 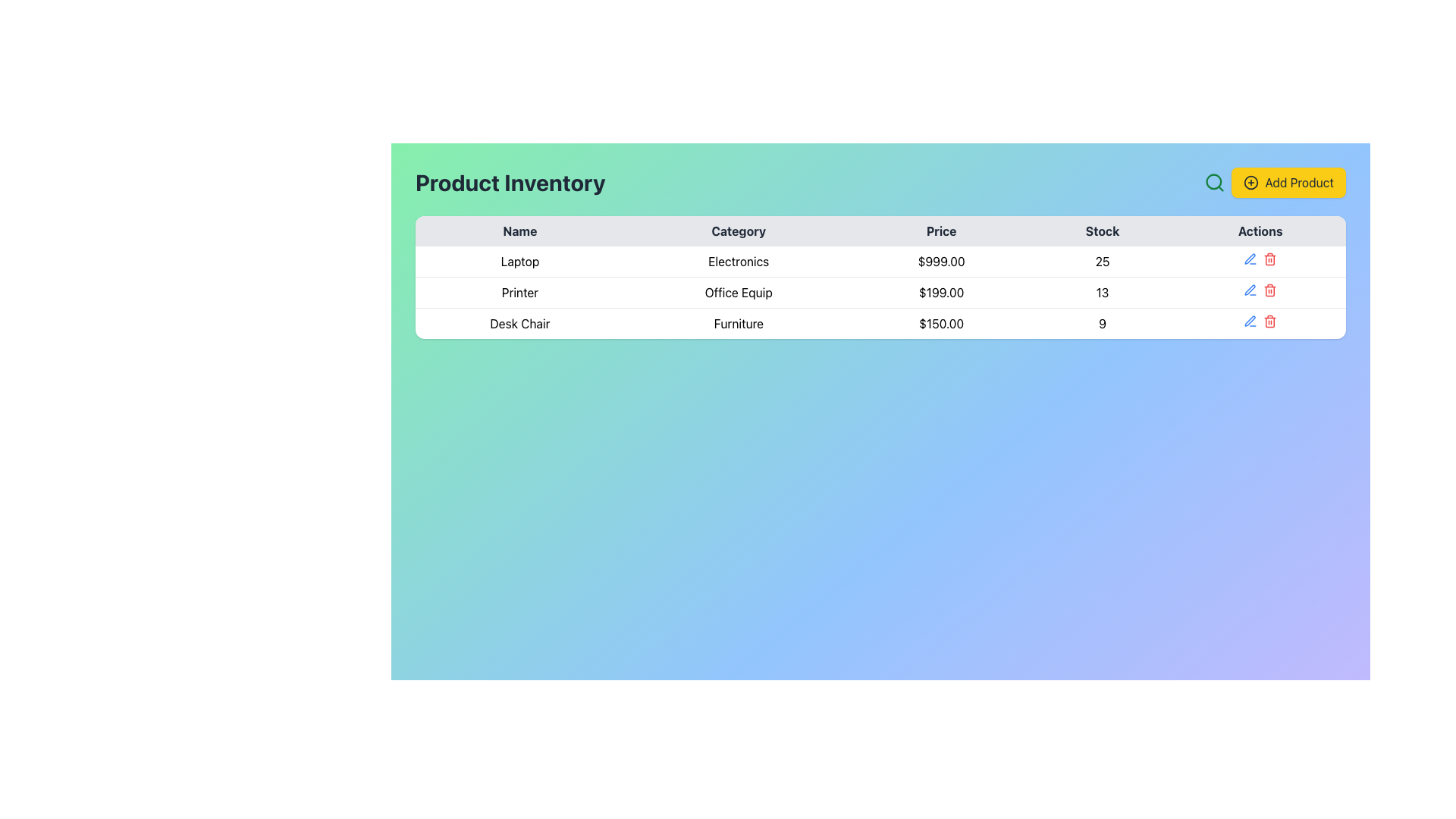 What do you see at coordinates (519, 261) in the screenshot?
I see `the Text Label indicating the product name for the first row entry in the 'Product Inventory' table under the 'Name' column` at bounding box center [519, 261].